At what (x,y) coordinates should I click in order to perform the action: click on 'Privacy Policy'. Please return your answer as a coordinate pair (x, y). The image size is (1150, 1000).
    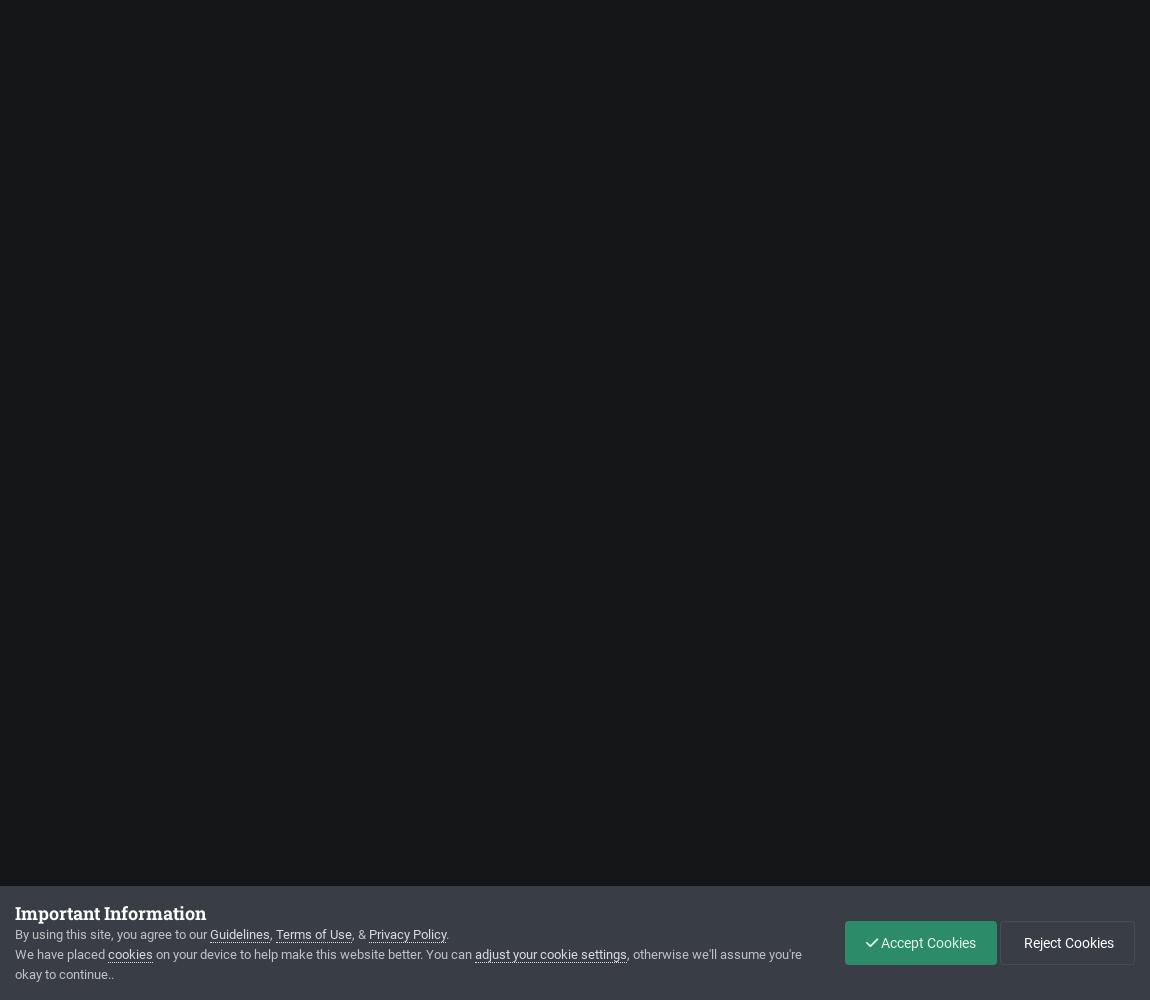
    Looking at the image, I should click on (407, 934).